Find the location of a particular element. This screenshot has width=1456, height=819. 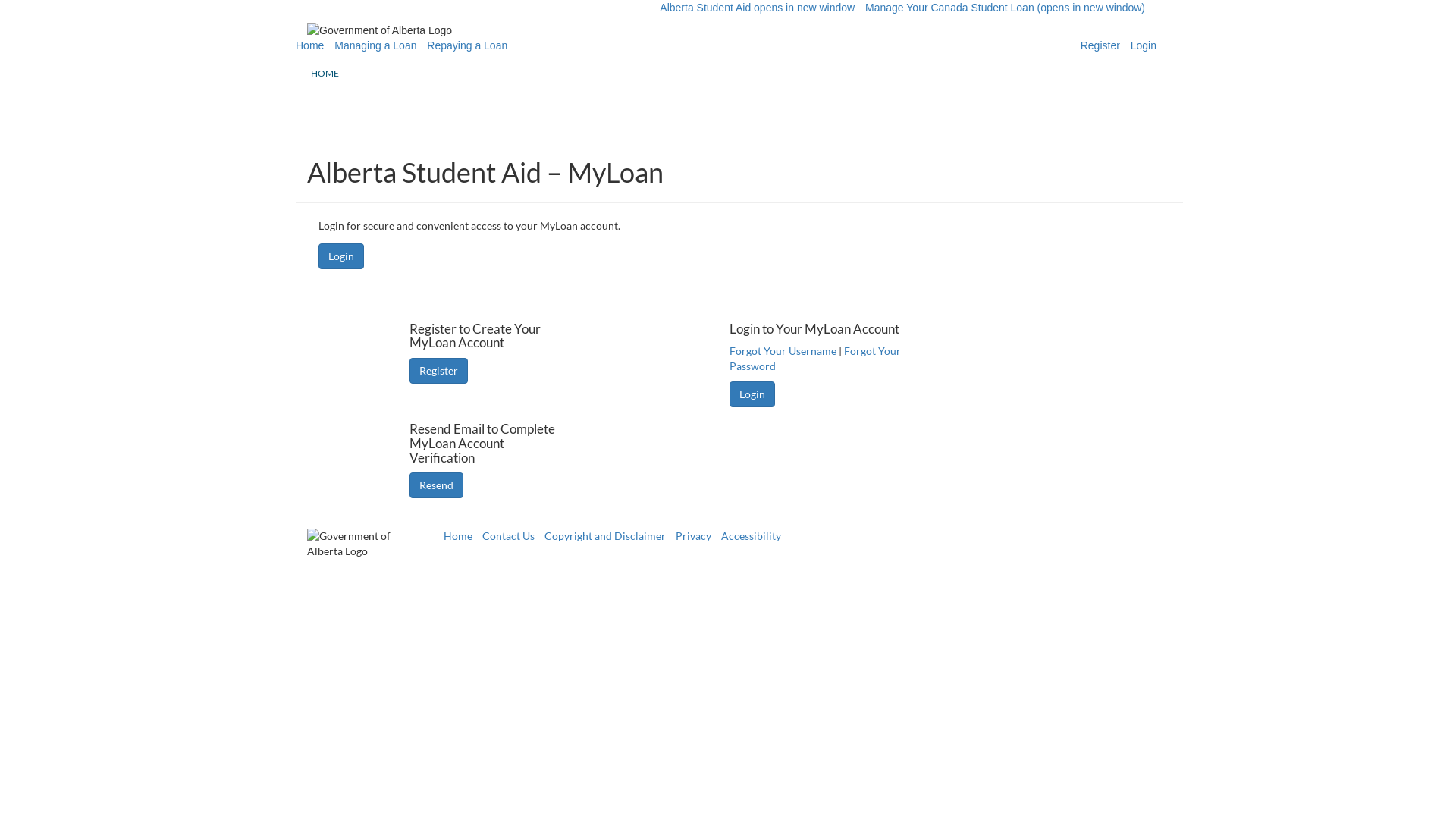

'Managing a Loan' is located at coordinates (375, 45).